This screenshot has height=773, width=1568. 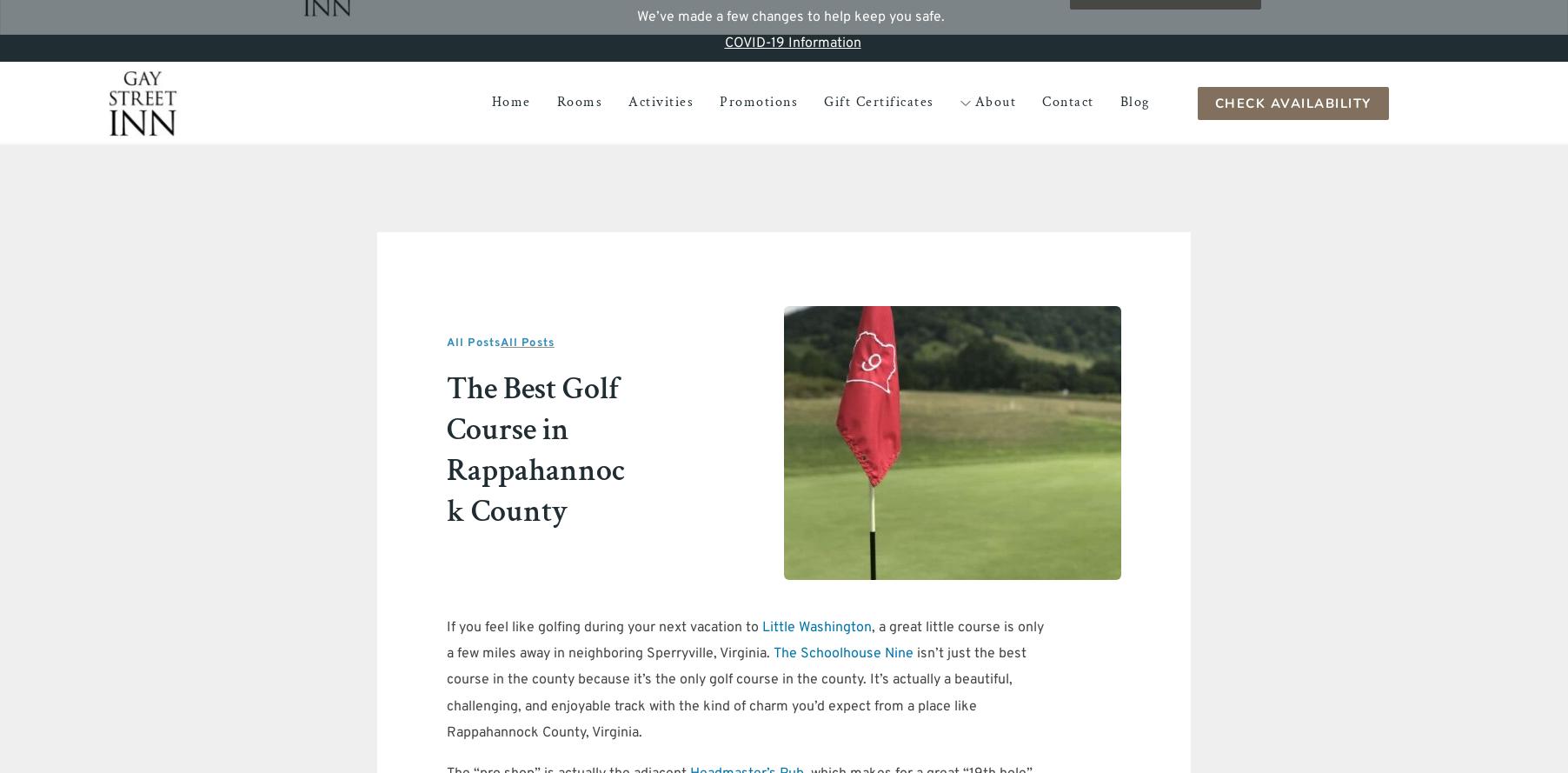 I want to click on 'About', so click(x=994, y=101).